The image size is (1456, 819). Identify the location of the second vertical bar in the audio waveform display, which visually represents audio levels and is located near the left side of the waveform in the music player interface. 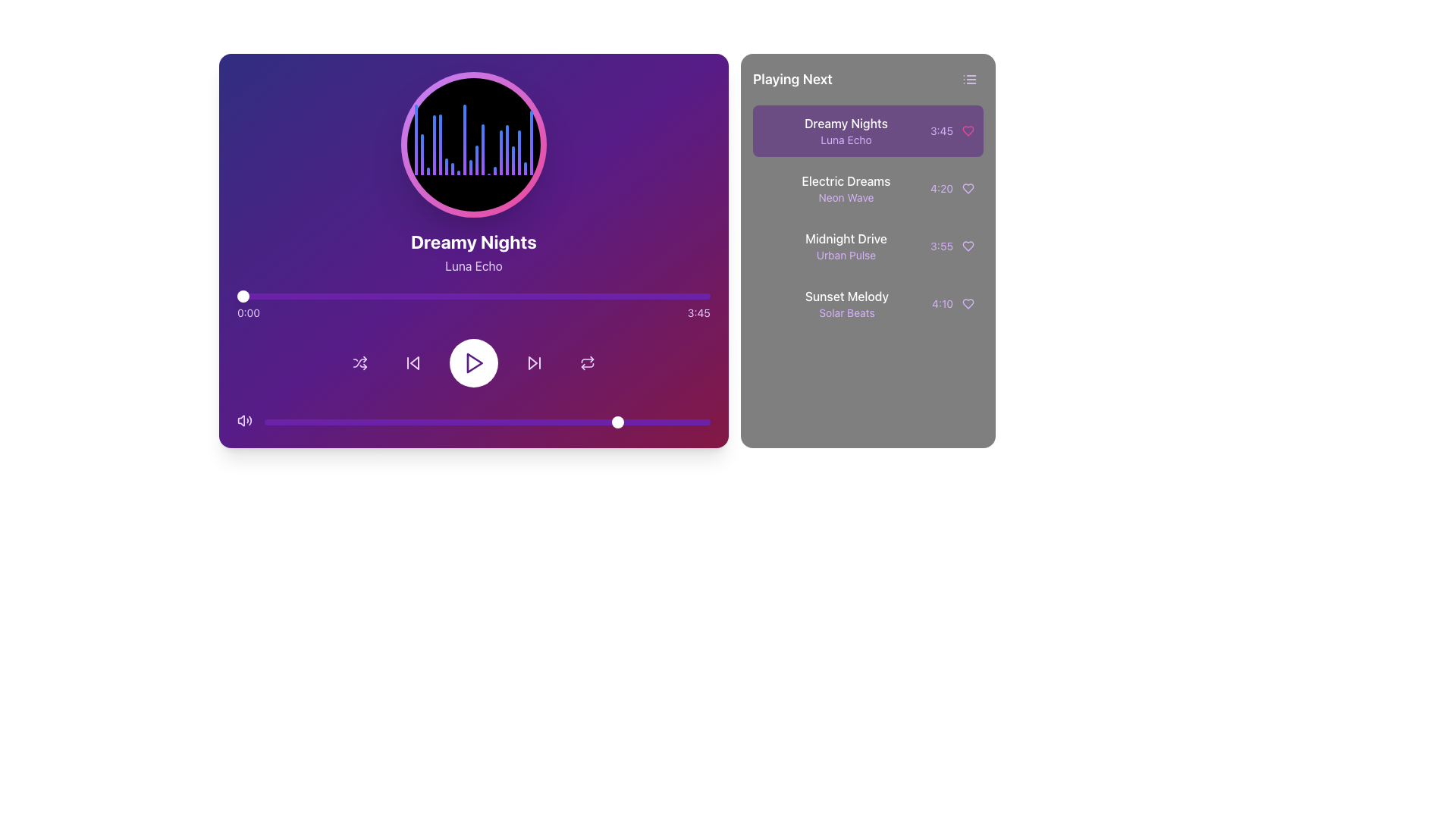
(422, 154).